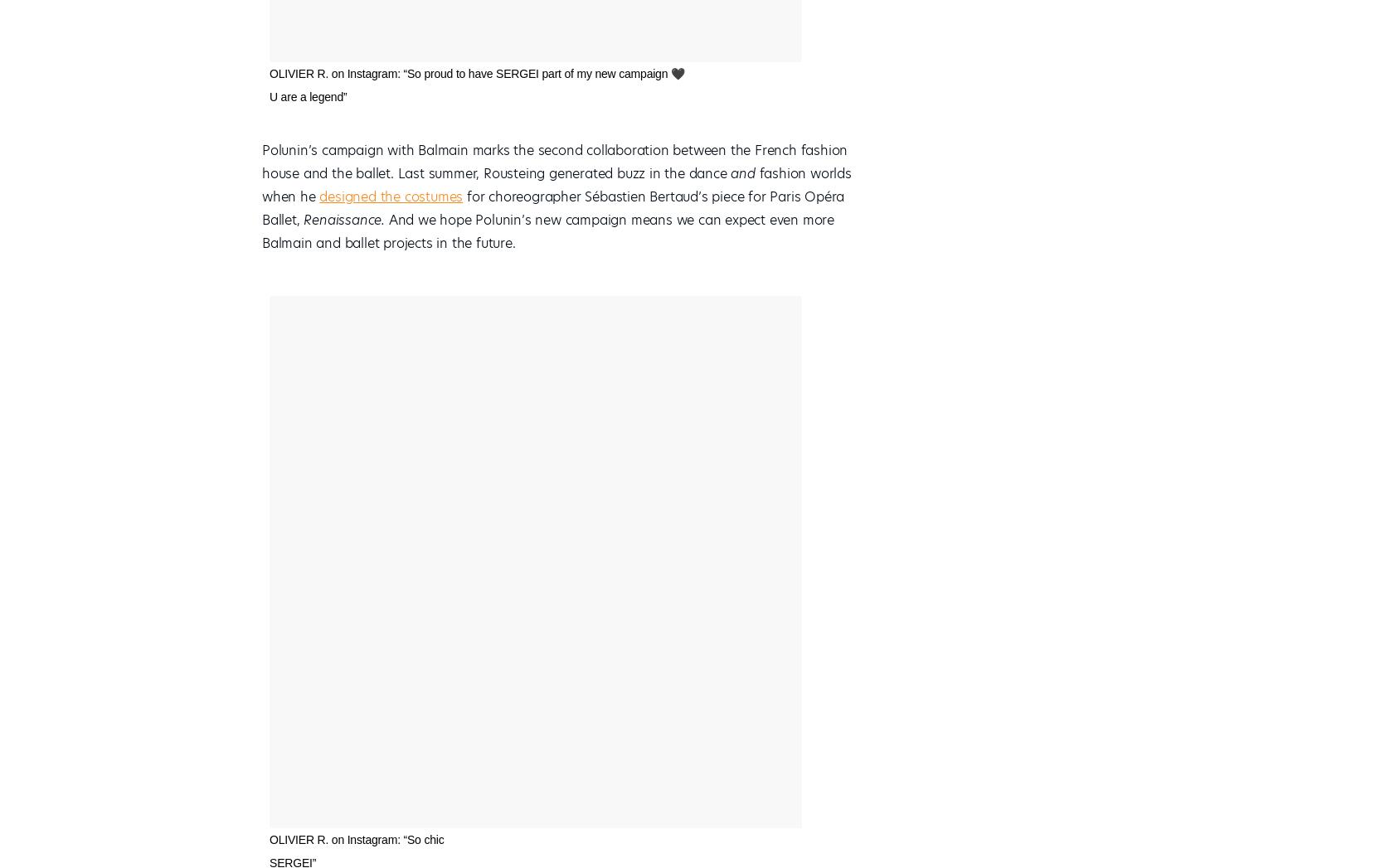 The width and height of the screenshot is (1395, 868). I want to click on 'for choreographer Sébastien Bertaud’s piece for Paris Opéra Ballet,', so click(261, 208).